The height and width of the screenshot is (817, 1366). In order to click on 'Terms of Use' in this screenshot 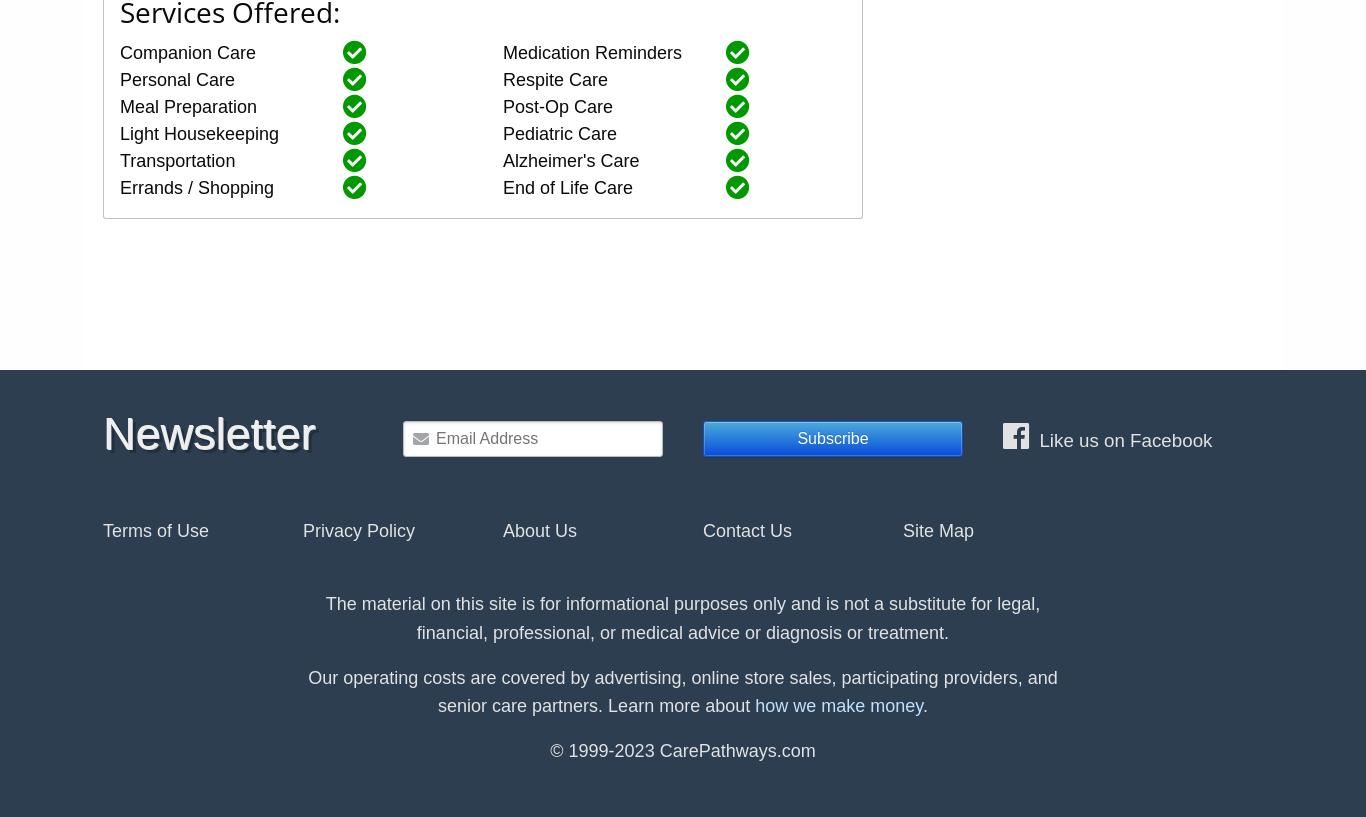, I will do `click(102, 528)`.